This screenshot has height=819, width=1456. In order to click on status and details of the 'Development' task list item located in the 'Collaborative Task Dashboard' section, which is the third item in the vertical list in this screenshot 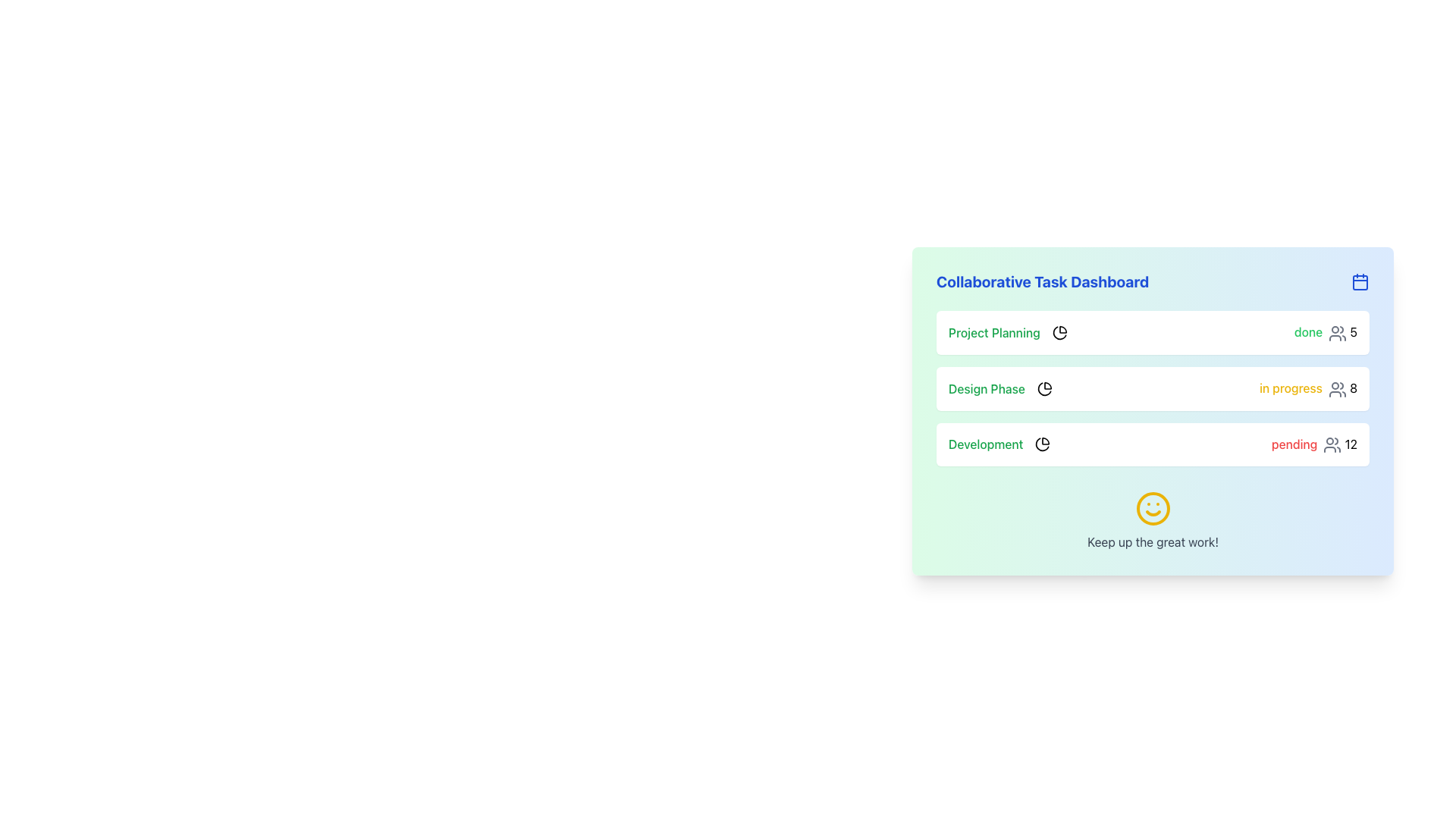, I will do `click(1153, 444)`.